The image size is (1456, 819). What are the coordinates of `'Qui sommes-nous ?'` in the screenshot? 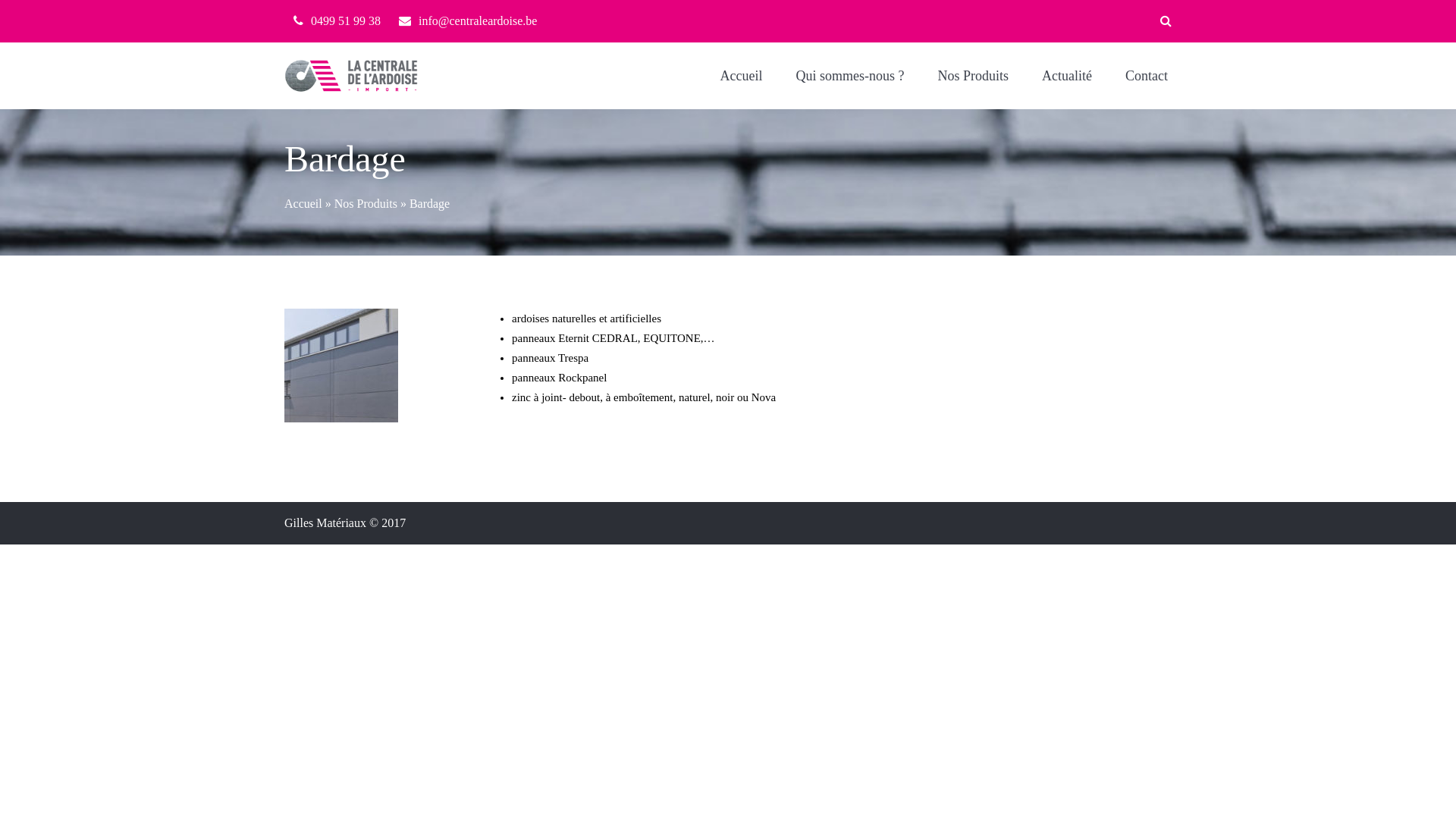 It's located at (850, 76).